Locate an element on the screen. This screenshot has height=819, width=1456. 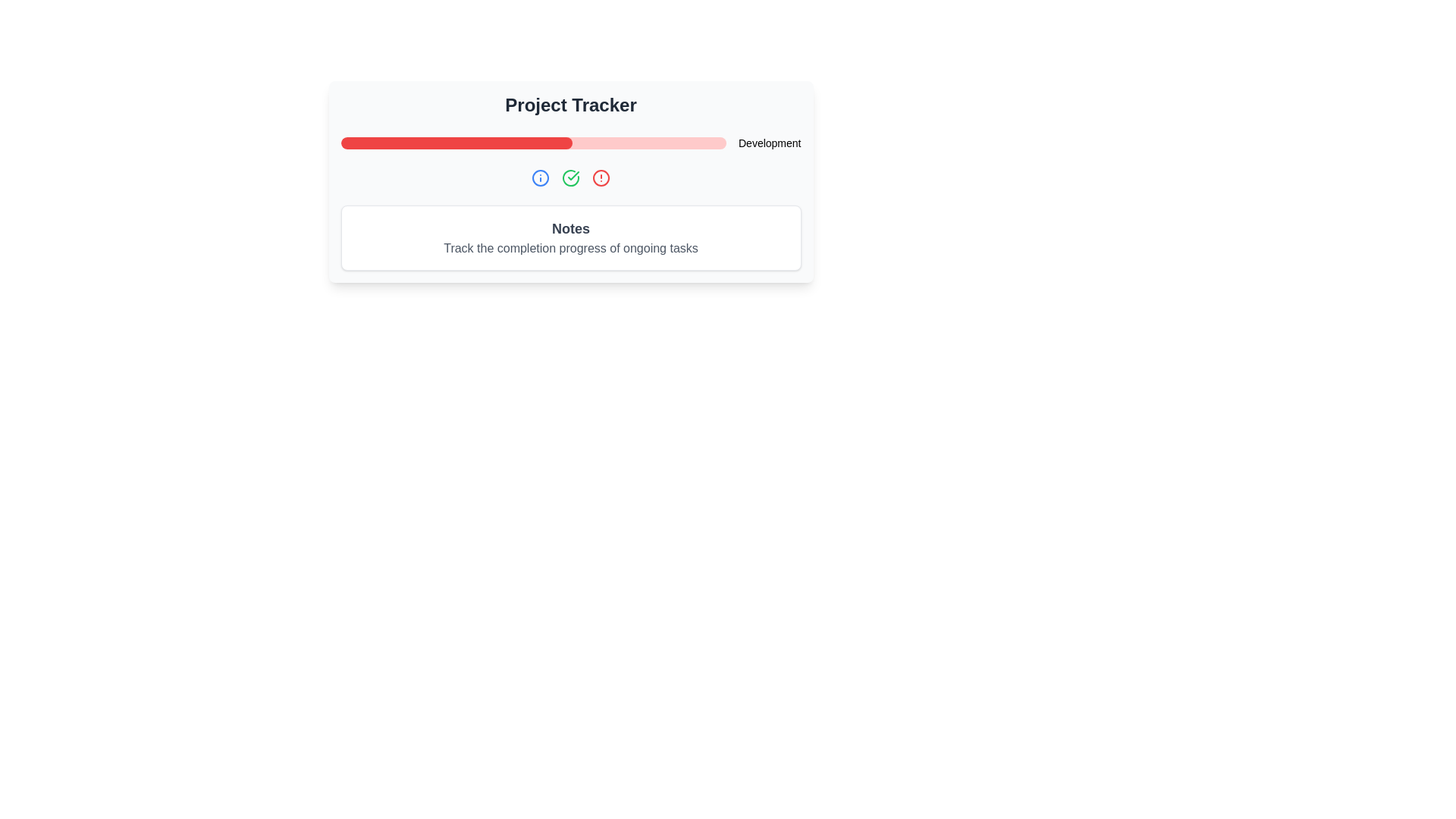
the title Text Label that is horizontally centered and located above the descriptive text about task completion progress is located at coordinates (570, 228).